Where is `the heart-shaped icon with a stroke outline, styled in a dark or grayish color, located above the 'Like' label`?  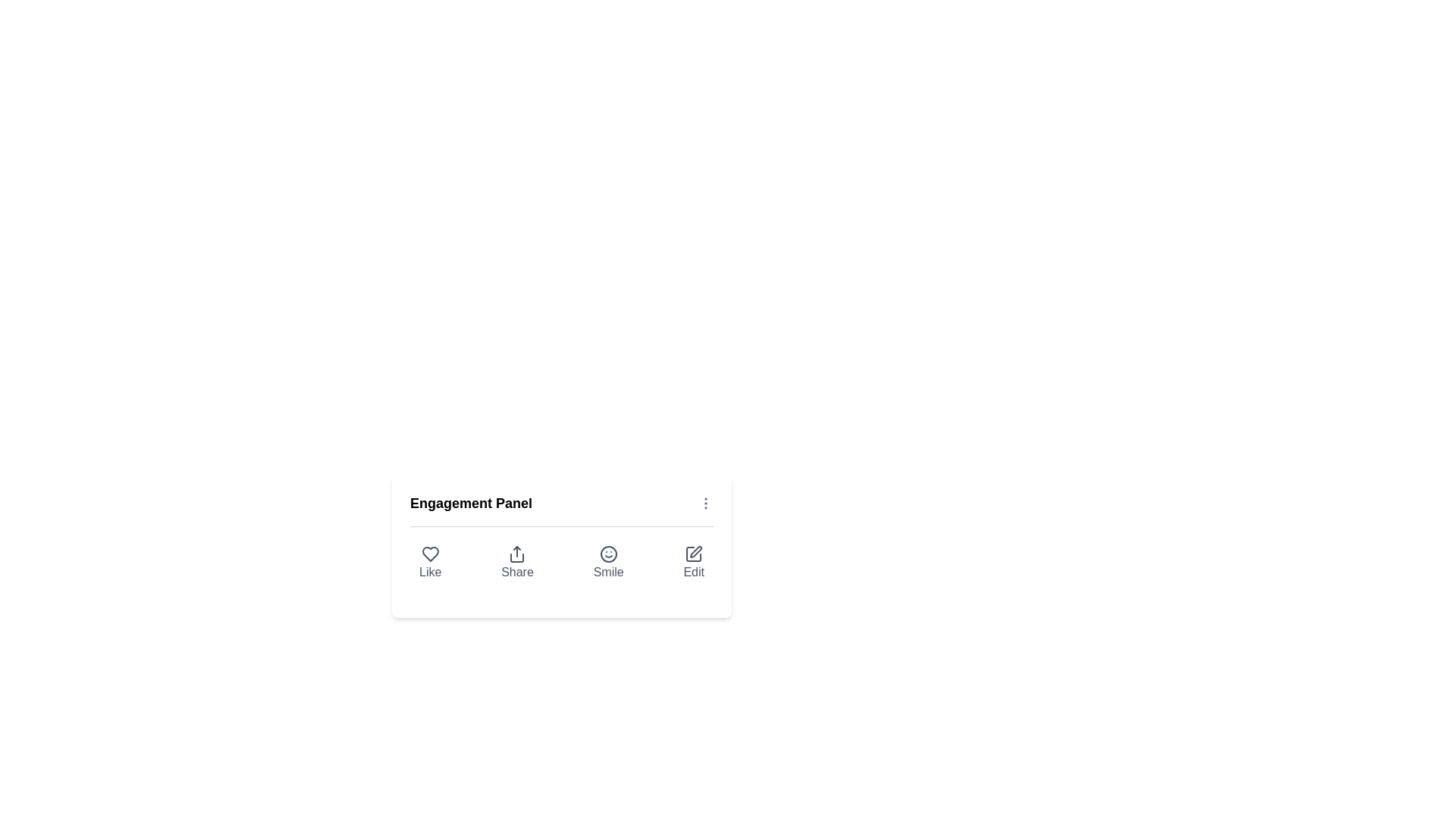 the heart-shaped icon with a stroke outline, styled in a dark or grayish color, located above the 'Like' label is located at coordinates (429, 554).